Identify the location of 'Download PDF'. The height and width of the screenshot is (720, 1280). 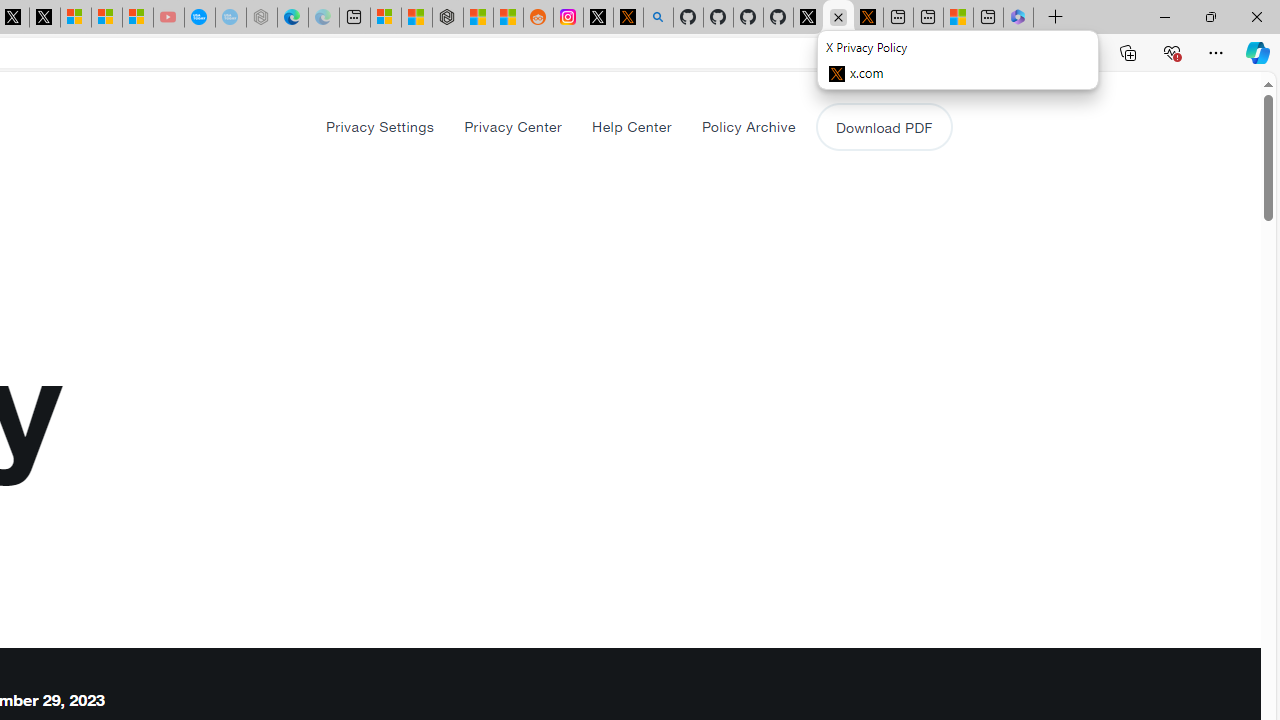
(883, 127).